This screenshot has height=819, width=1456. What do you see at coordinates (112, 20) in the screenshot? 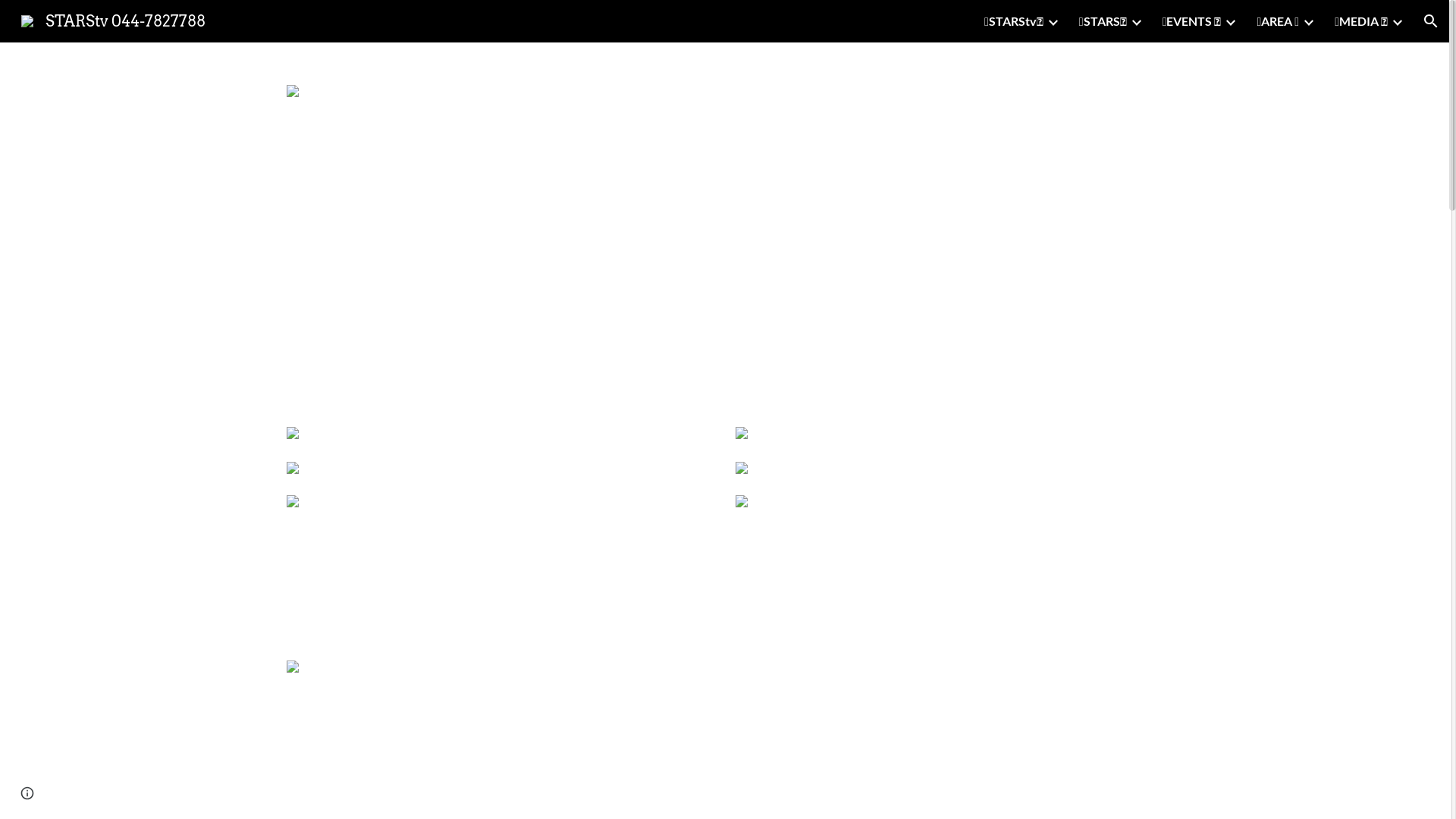
I see `'STARStv 044-7827788'` at bounding box center [112, 20].